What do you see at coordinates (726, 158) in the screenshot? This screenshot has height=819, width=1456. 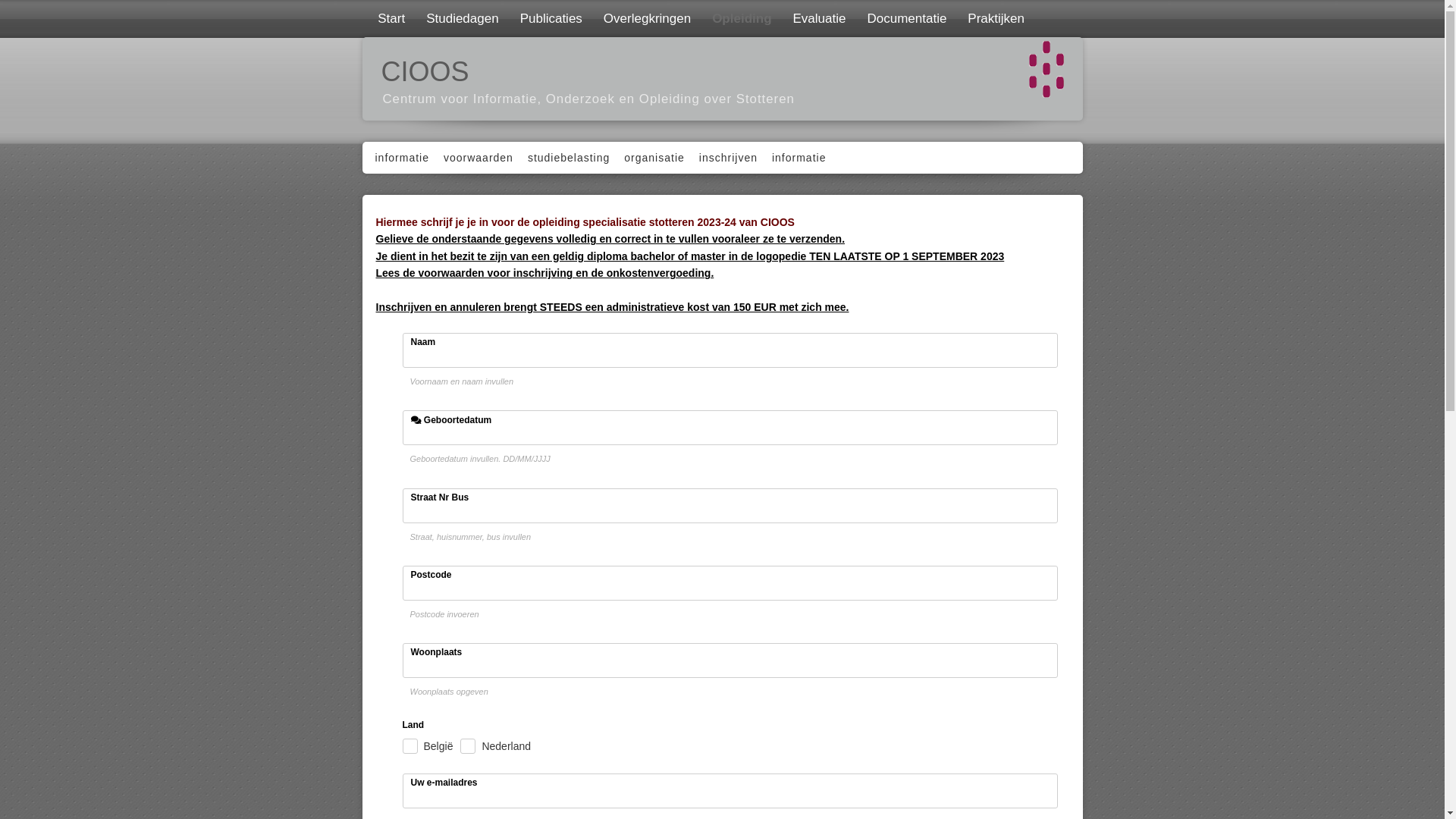 I see `'inschrijven'` at bounding box center [726, 158].